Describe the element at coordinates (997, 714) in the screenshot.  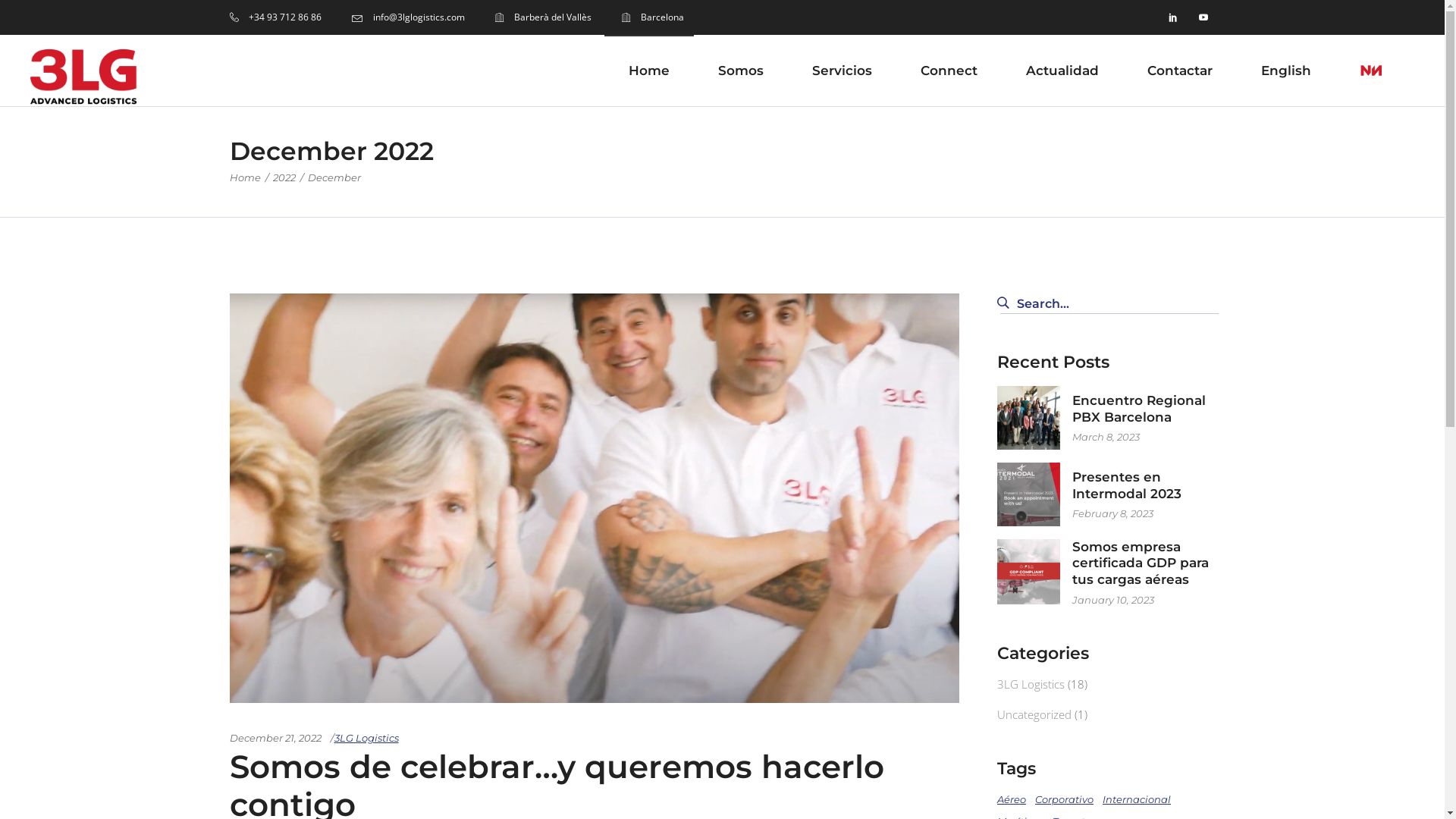
I see `'Uncategorized'` at that location.